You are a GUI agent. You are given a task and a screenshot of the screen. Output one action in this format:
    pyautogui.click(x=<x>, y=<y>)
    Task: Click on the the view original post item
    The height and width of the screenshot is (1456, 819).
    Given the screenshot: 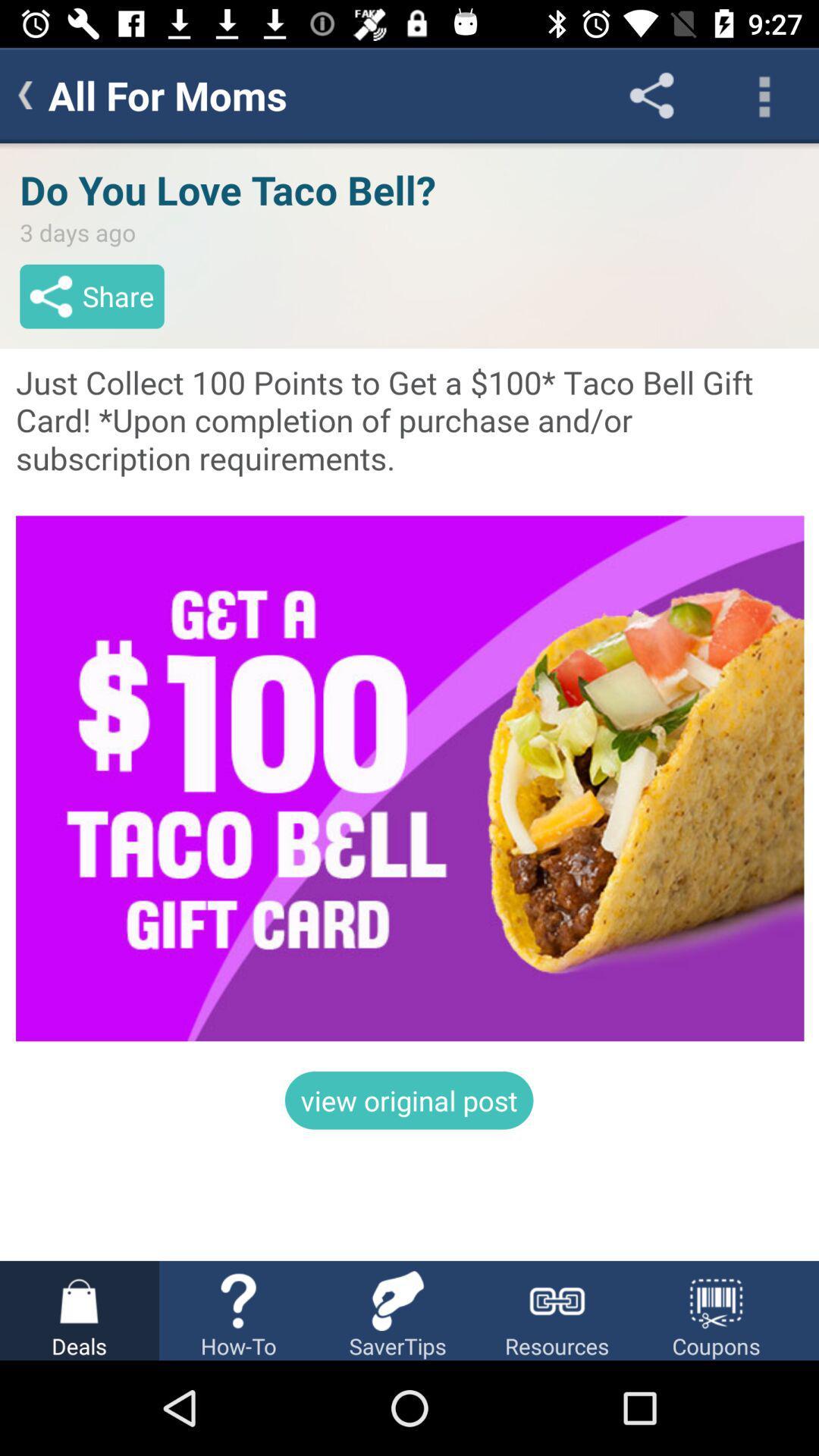 What is the action you would take?
    pyautogui.click(x=408, y=1100)
    